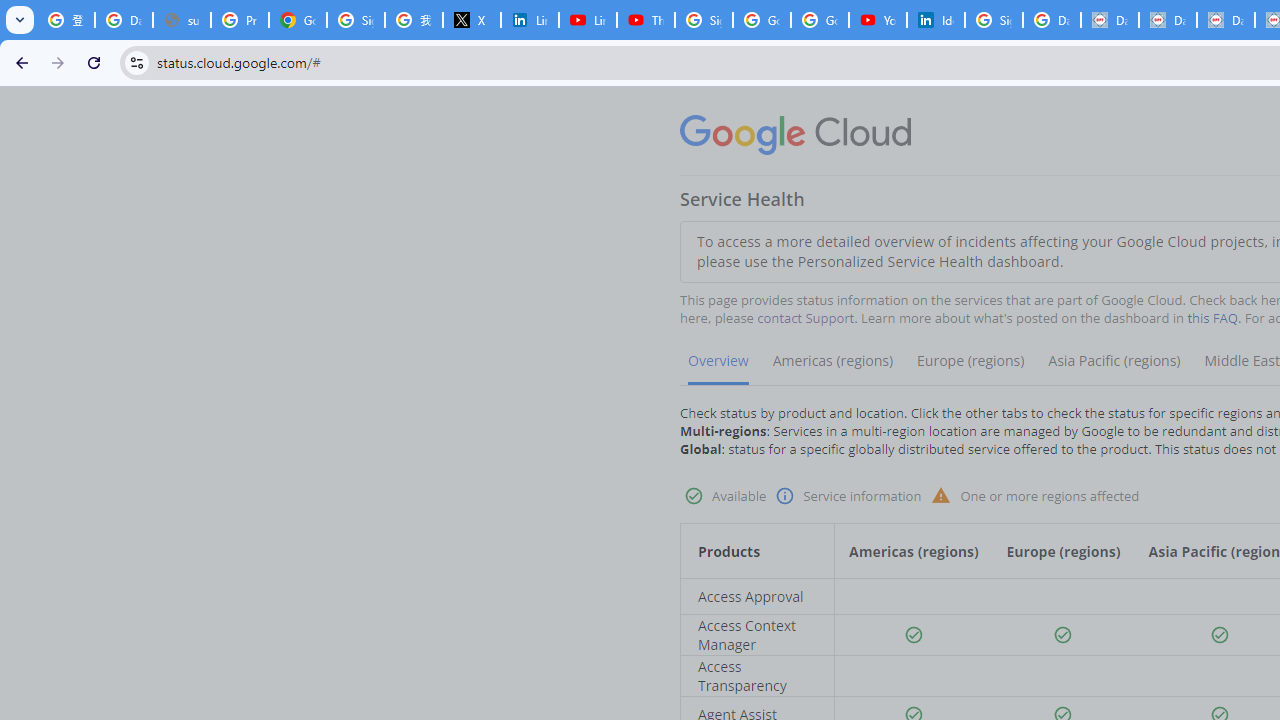 The image size is (1280, 720). What do you see at coordinates (993, 20) in the screenshot?
I see `'Sign in - Google Accounts'` at bounding box center [993, 20].